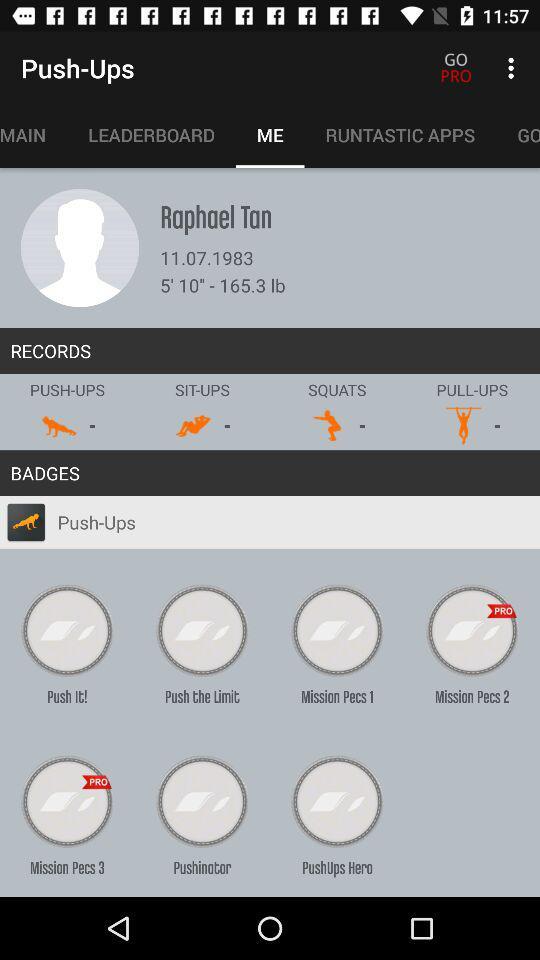 This screenshot has width=540, height=960. What do you see at coordinates (400, 134) in the screenshot?
I see `runtastic apps` at bounding box center [400, 134].